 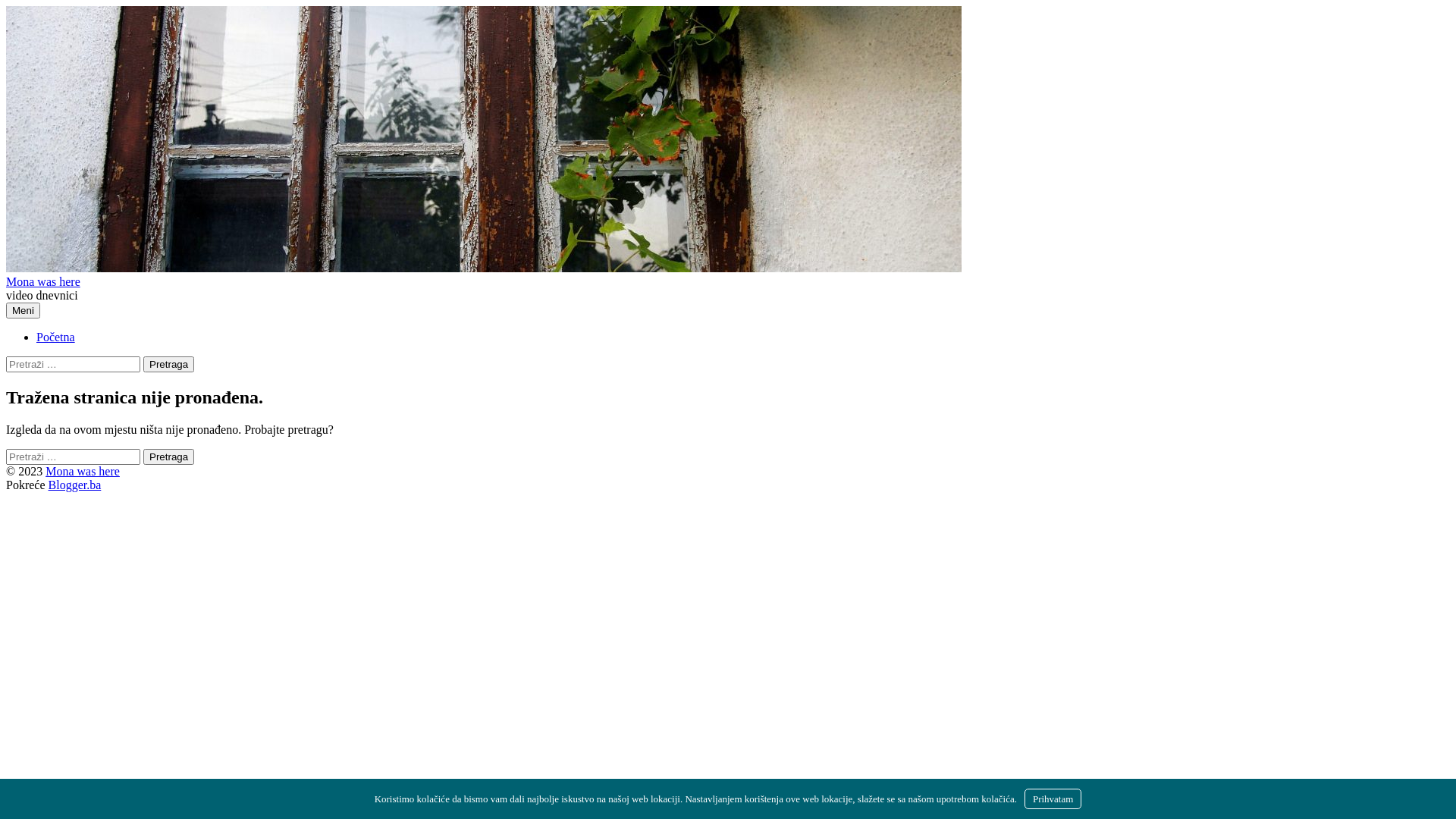 I want to click on 'Blogger.ba', so click(x=74, y=485).